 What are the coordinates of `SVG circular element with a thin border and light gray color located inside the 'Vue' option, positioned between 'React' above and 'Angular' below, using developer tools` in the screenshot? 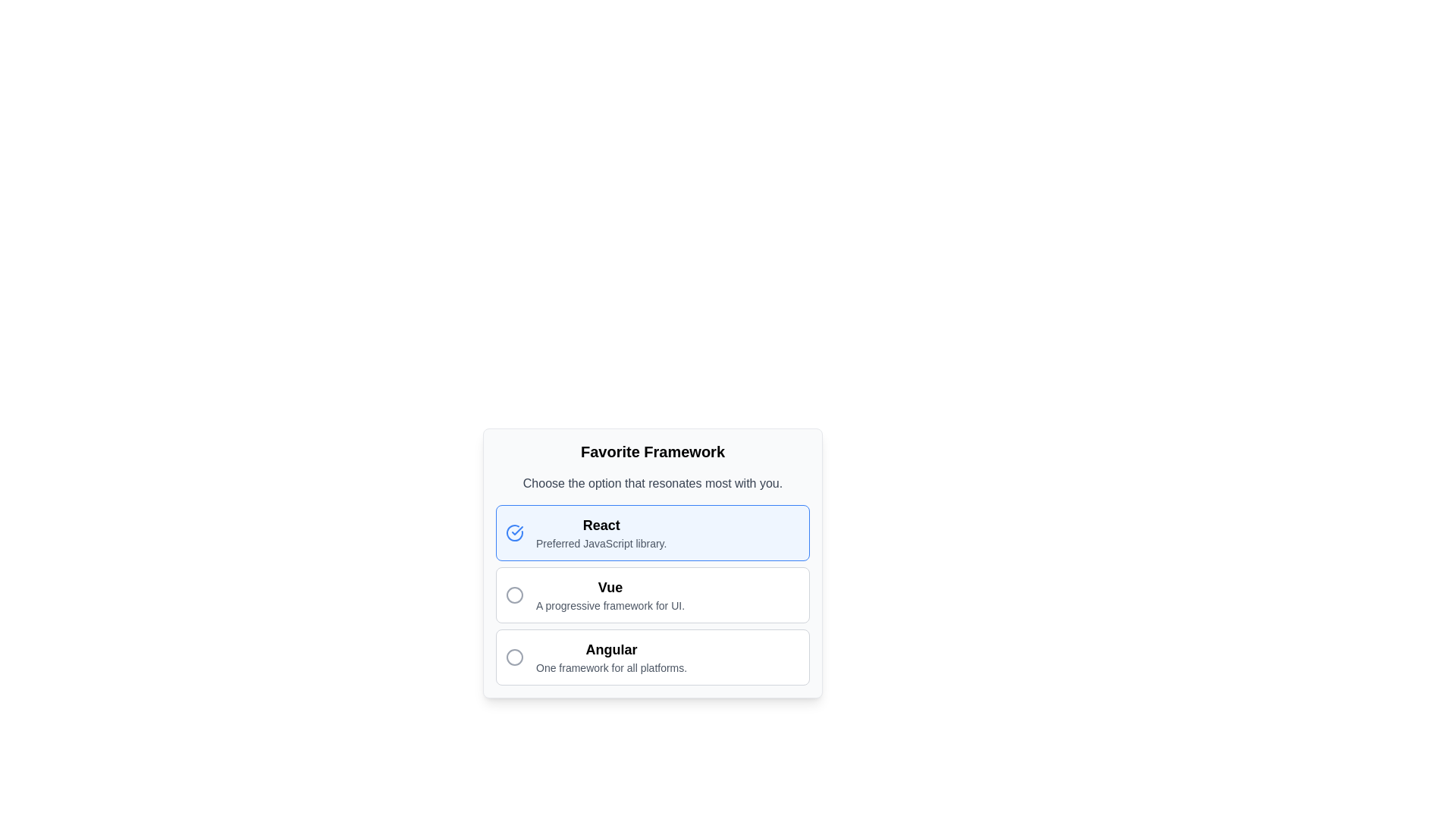 It's located at (514, 595).